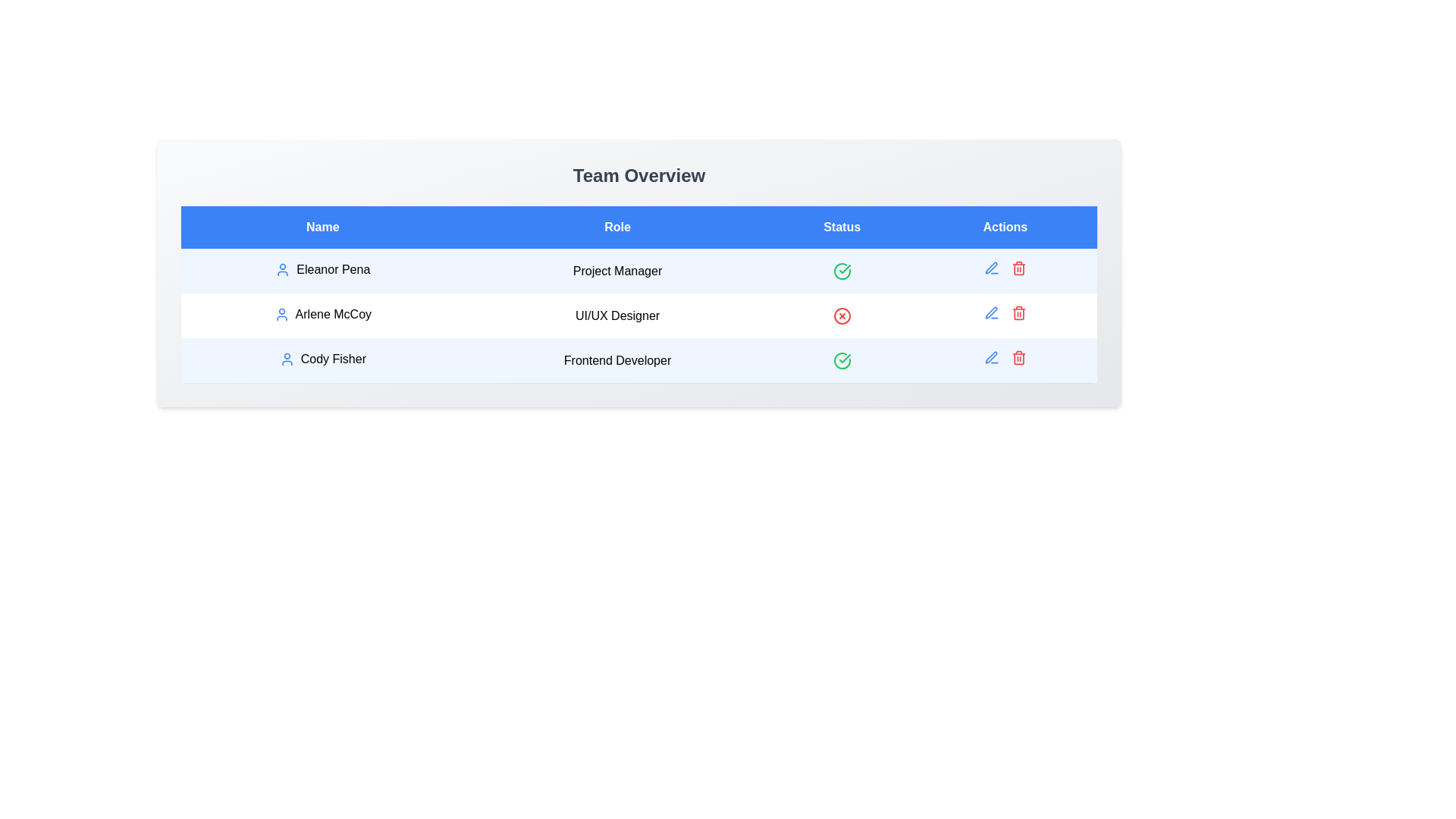 This screenshot has height=819, width=1456. Describe the element at coordinates (841, 270) in the screenshot. I see `the success status icon in the 'Status' column of the third row, which corresponds to the 'Frontend Developer' entry` at that location.